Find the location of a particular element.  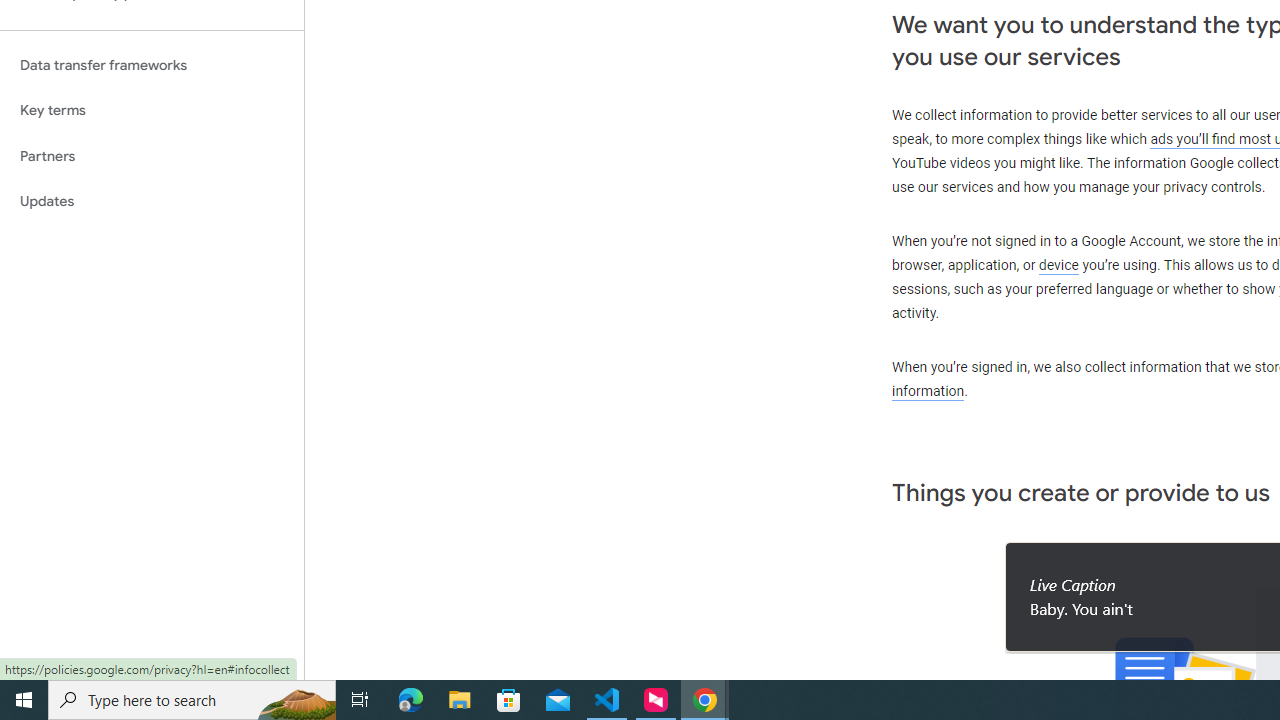

'Partners' is located at coordinates (151, 155).